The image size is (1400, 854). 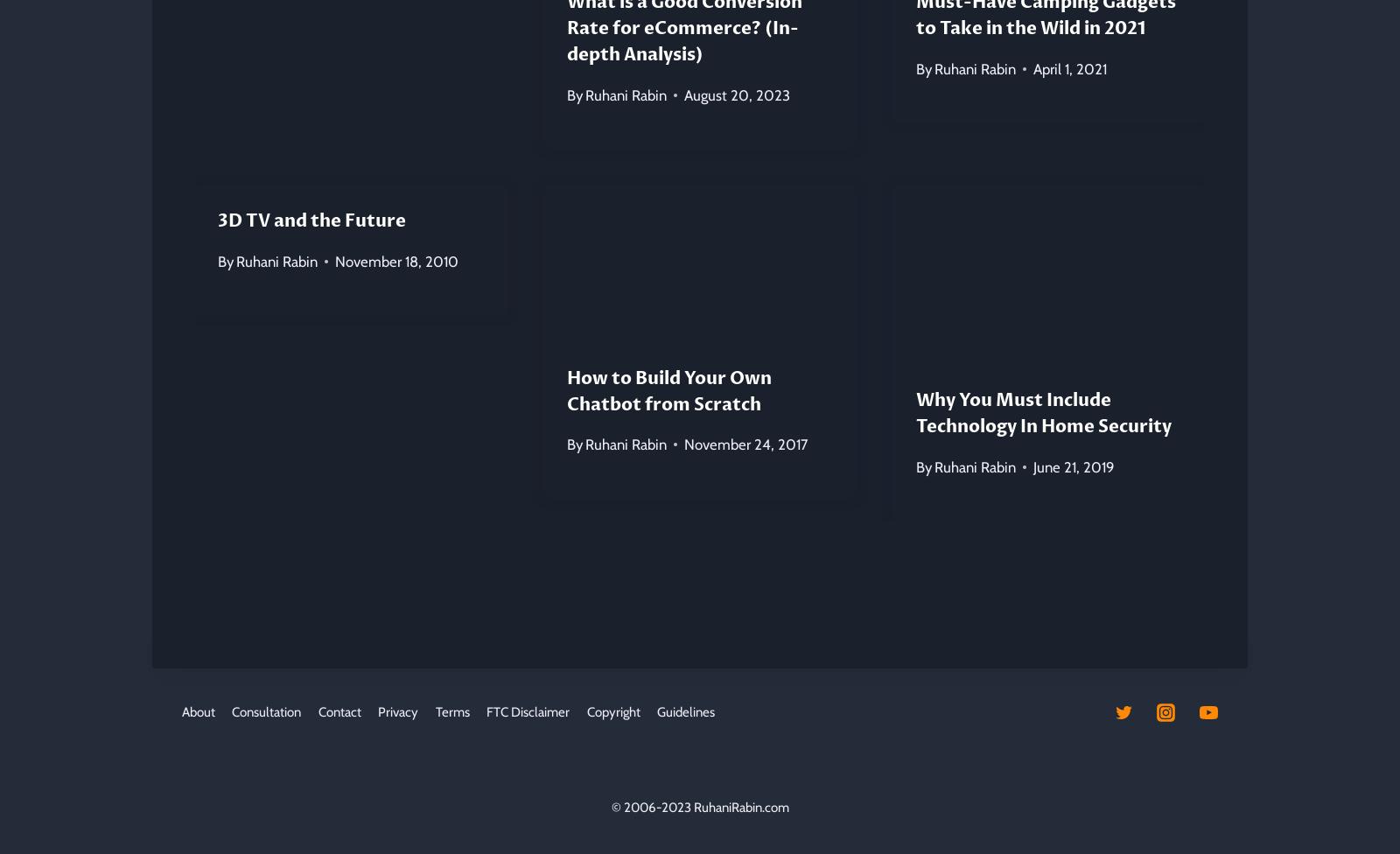 I want to click on '© 2006-2023 RuhaniRabin.com', so click(x=699, y=806).